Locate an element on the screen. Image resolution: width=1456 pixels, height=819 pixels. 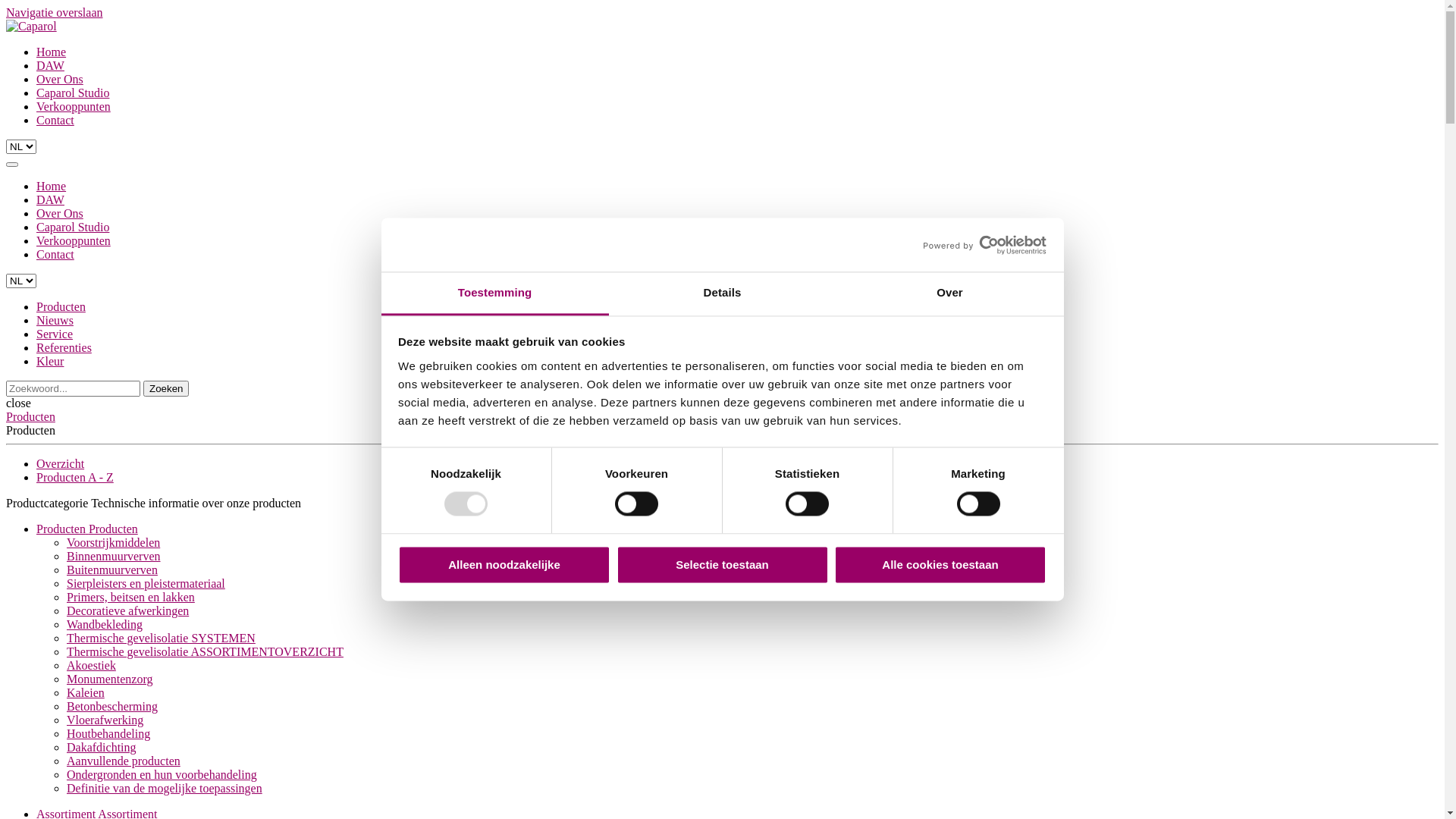
'Zoeken' is located at coordinates (166, 388).